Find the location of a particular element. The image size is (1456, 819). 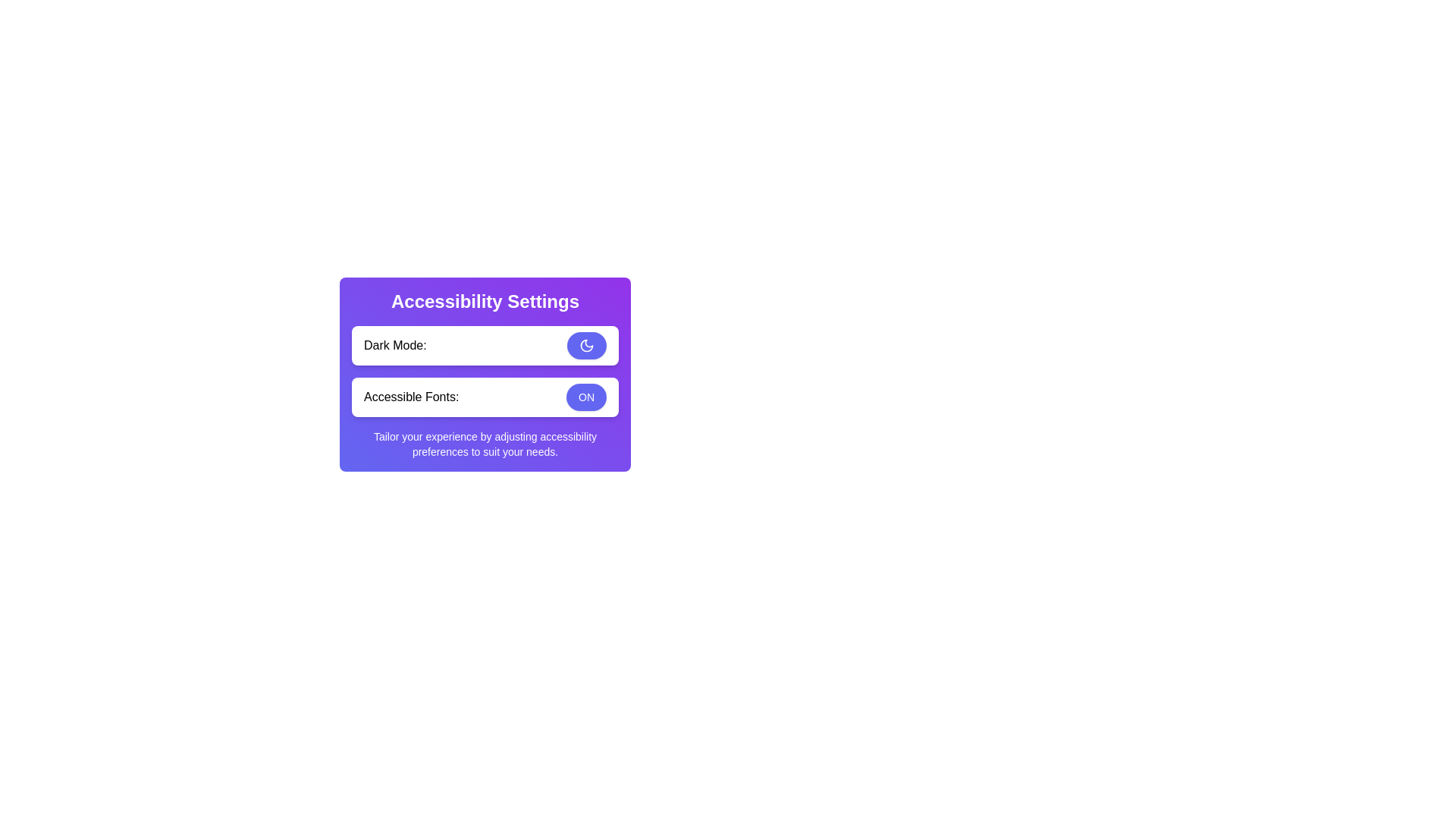

the rounded rectangular button labeled 'ON' with a blue background is located at coordinates (585, 397).